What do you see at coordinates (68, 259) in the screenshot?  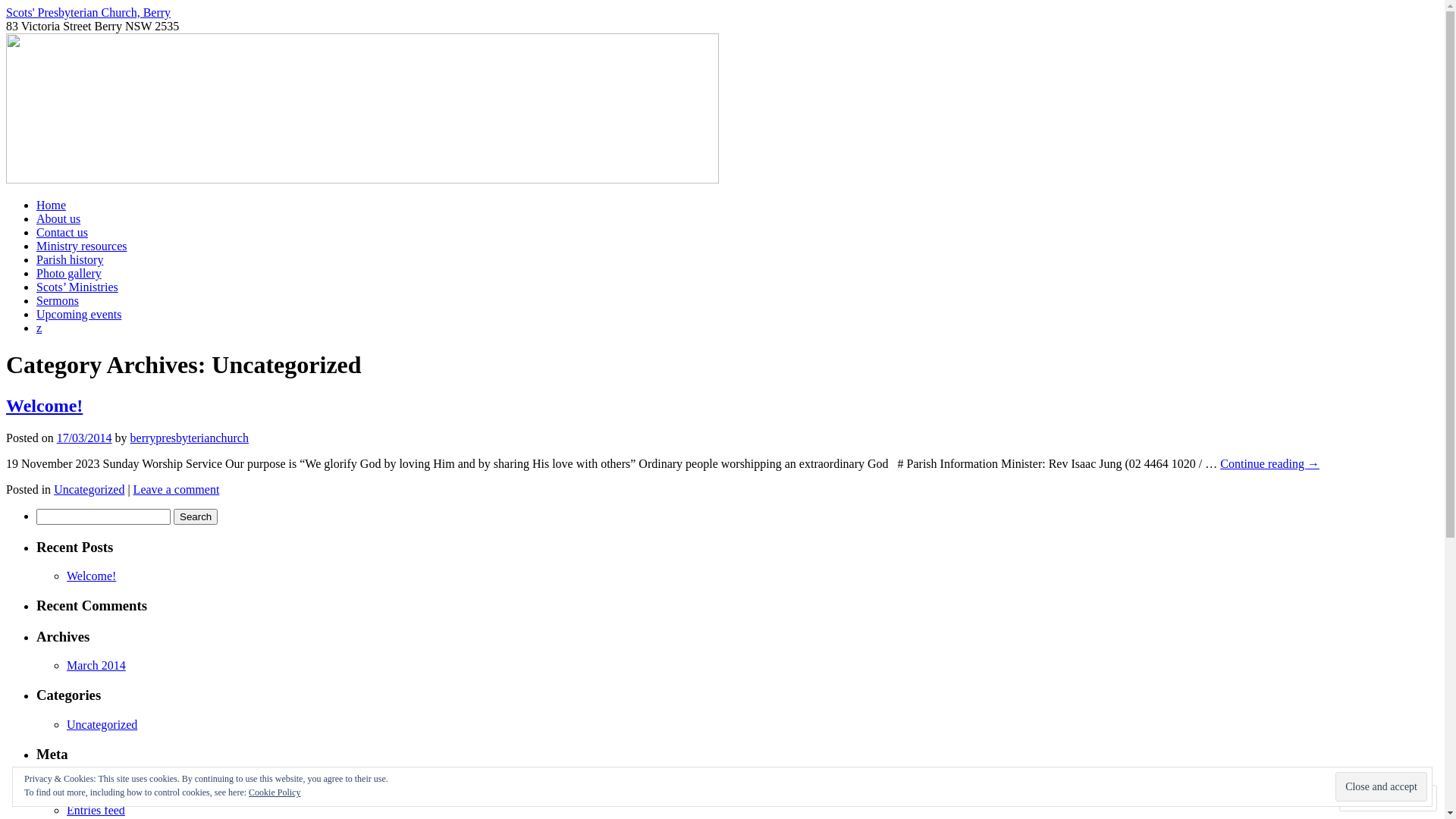 I see `'Parish history'` at bounding box center [68, 259].